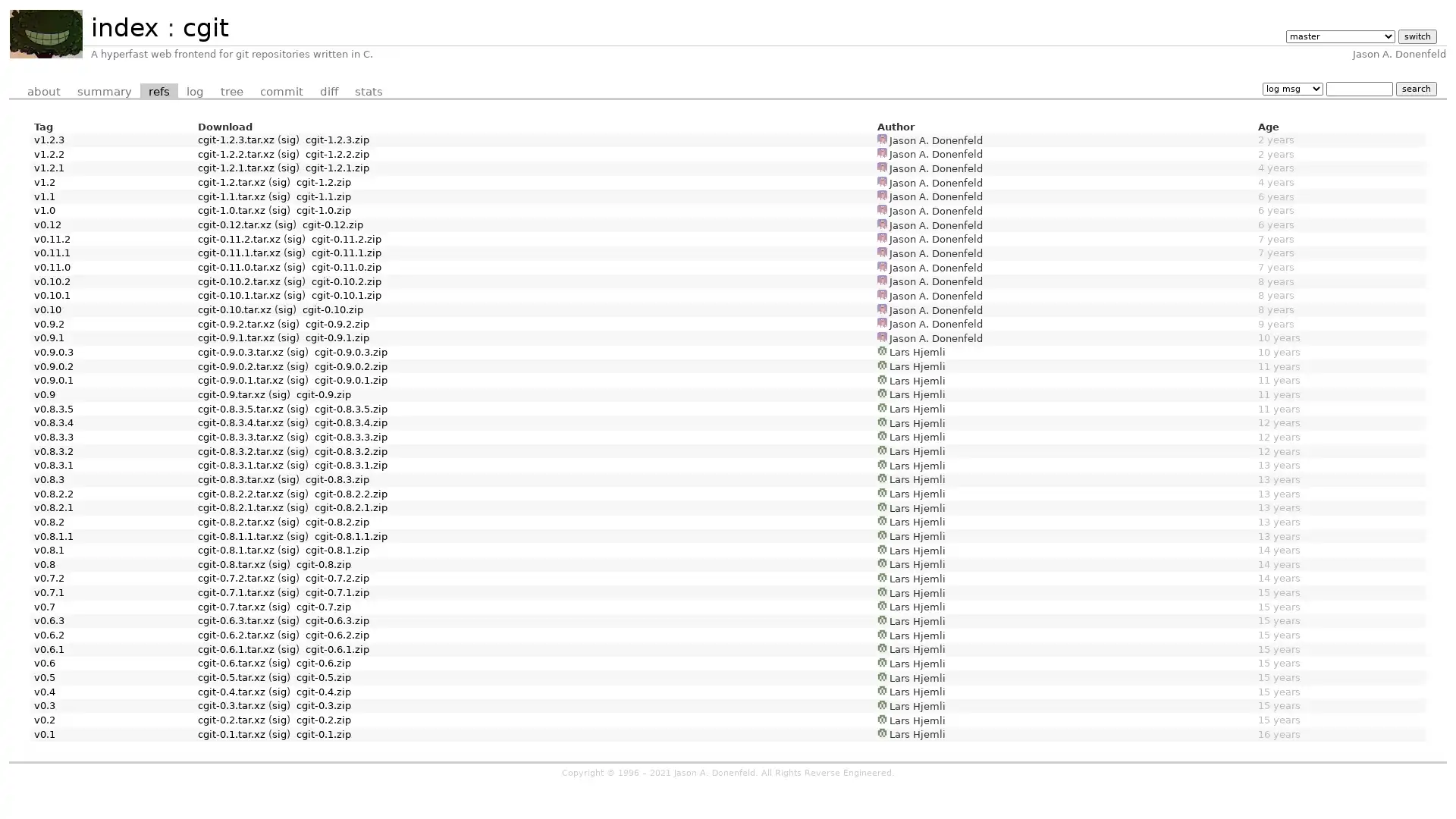 The height and width of the screenshot is (819, 1456). What do you see at coordinates (1415, 88) in the screenshot?
I see `search` at bounding box center [1415, 88].